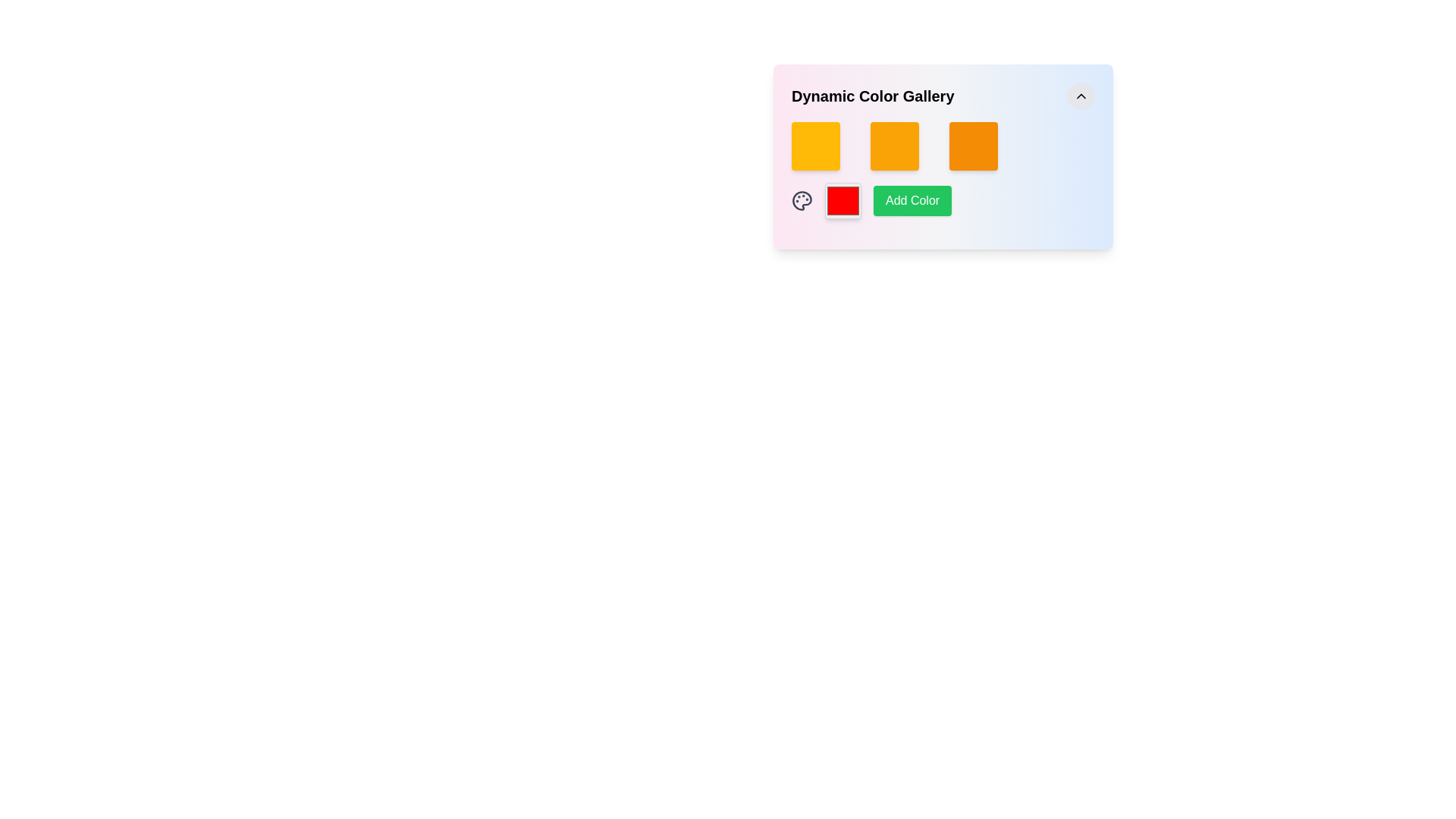  I want to click on the green 'Add Color' button located under the row of color squares in the 'Dynamic Color Gallery' section, so click(942, 170).